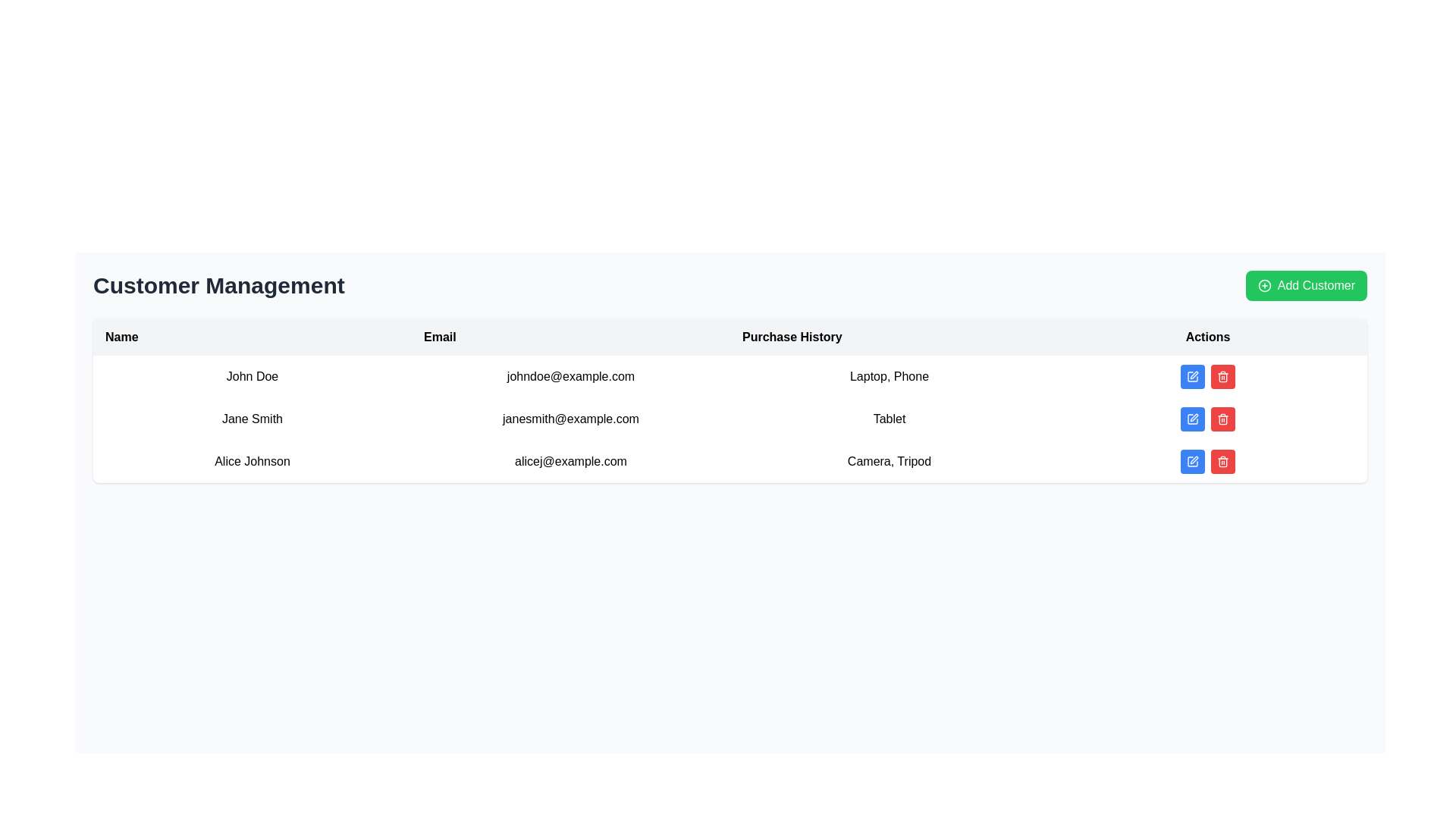  What do you see at coordinates (889, 461) in the screenshot?
I see `the text display that shows the purchase history for 'Alice Johnson', located in the third column of the table` at bounding box center [889, 461].